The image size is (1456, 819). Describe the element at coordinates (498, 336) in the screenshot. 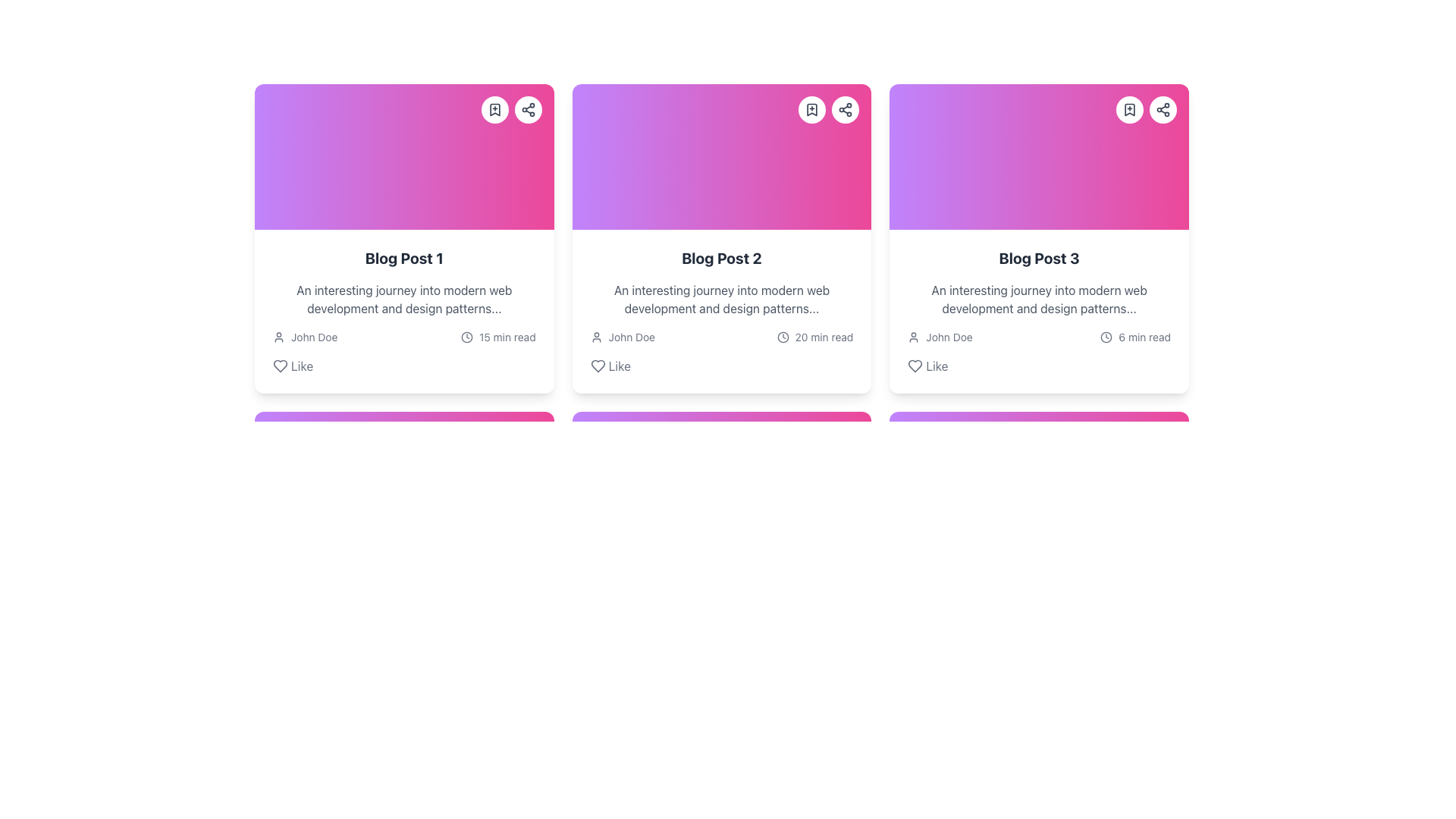

I see `the informational label that estimates the reading duration for the article, located at the bottom-right corner of the first card, below the user information element displaying 'John Doe'` at that location.